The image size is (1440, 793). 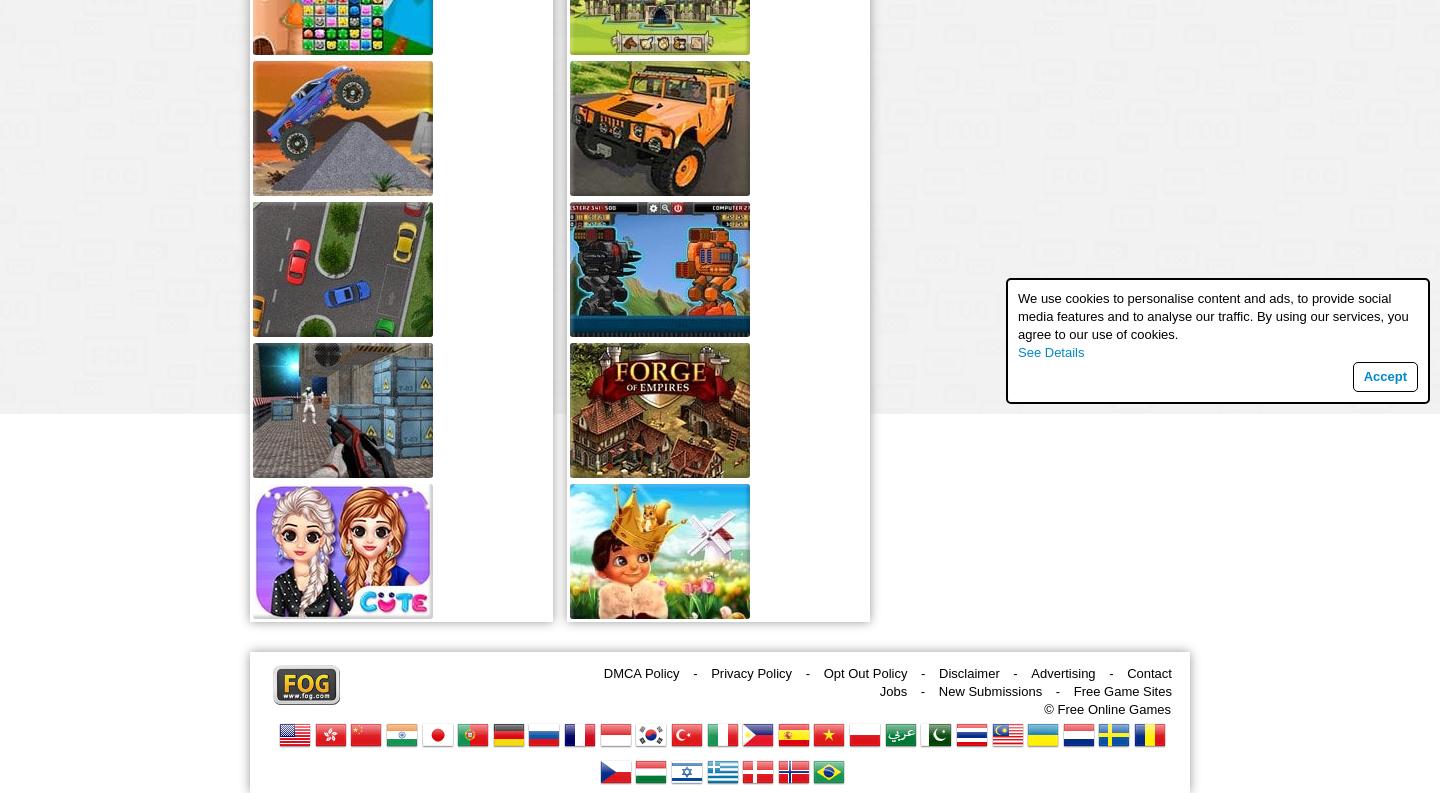 I want to click on 'Accept', so click(x=1384, y=375).